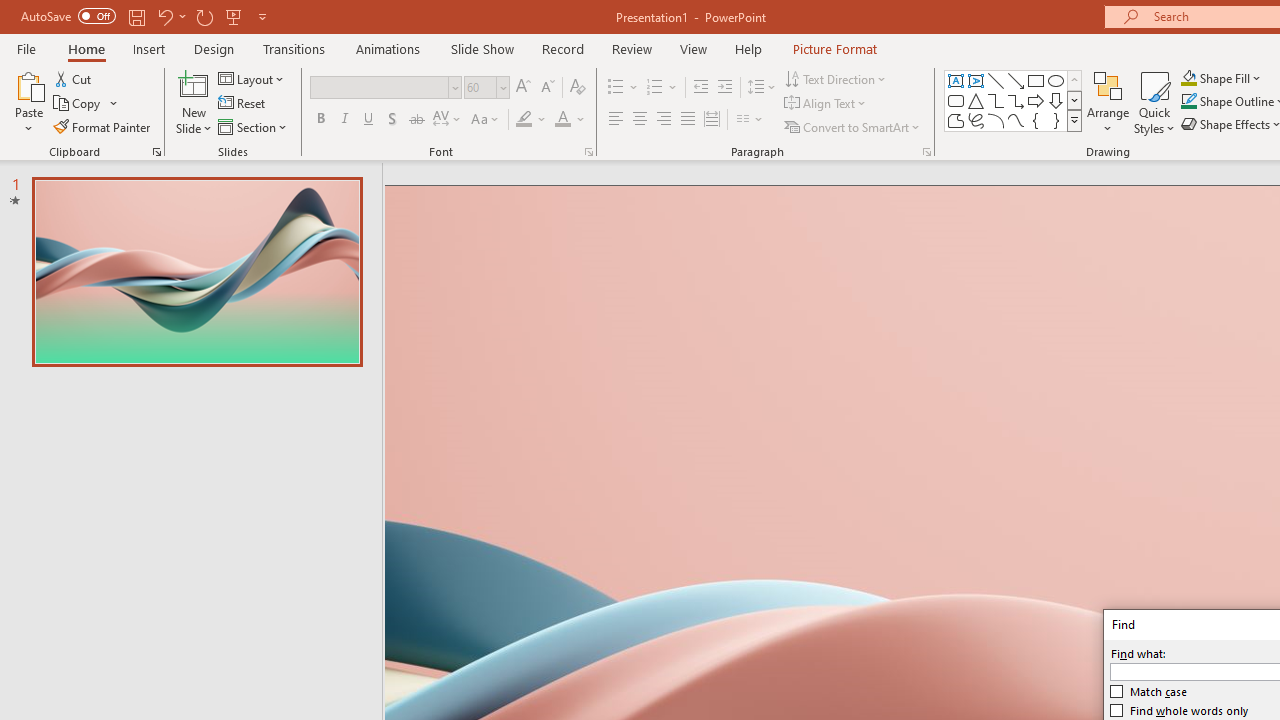 The height and width of the screenshot is (720, 1280). Describe the element at coordinates (1036, 120) in the screenshot. I see `'Left Brace'` at that location.